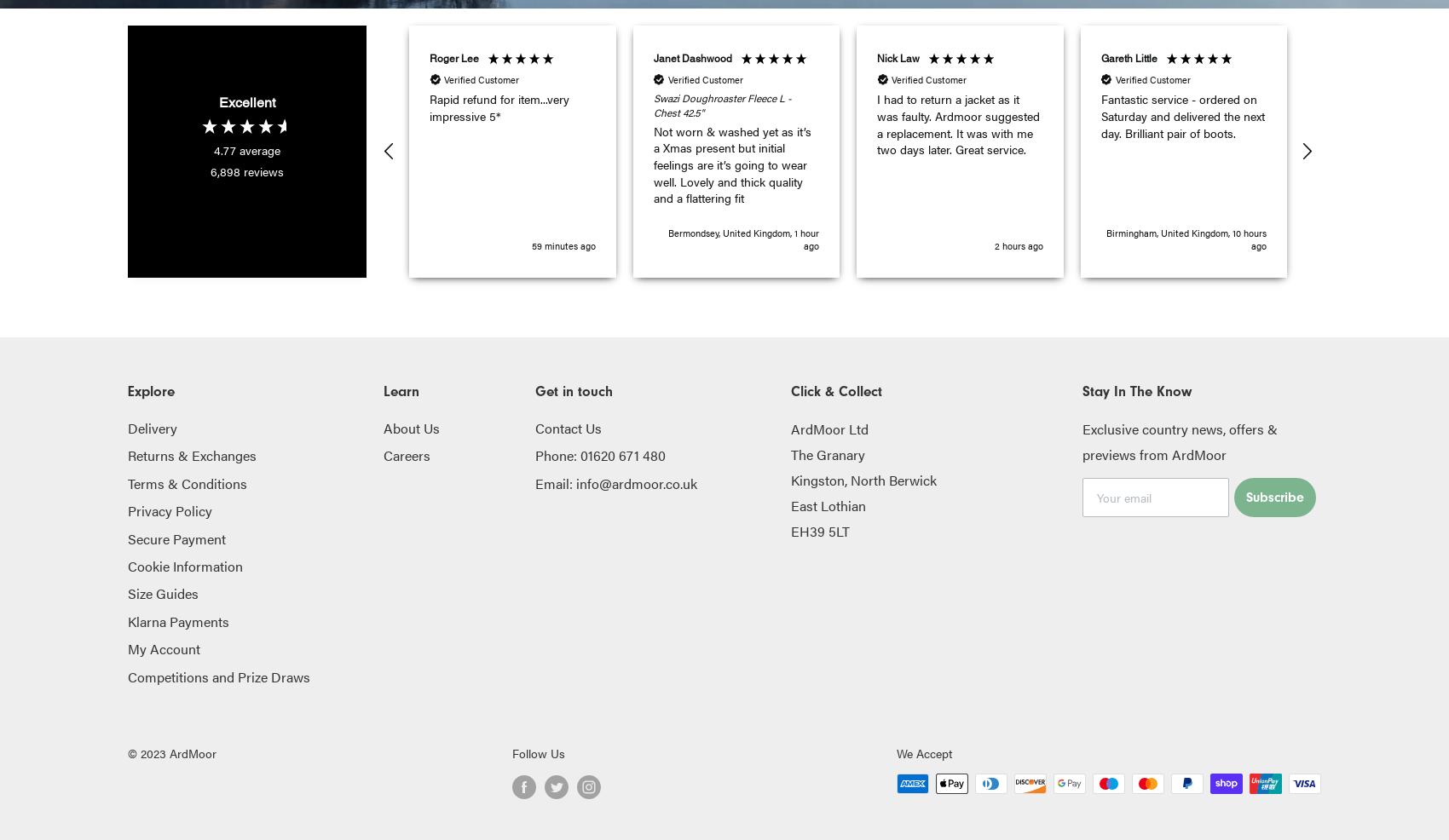 This screenshot has width=1449, height=840. Describe the element at coordinates (152, 427) in the screenshot. I see `'Delivery'` at that location.